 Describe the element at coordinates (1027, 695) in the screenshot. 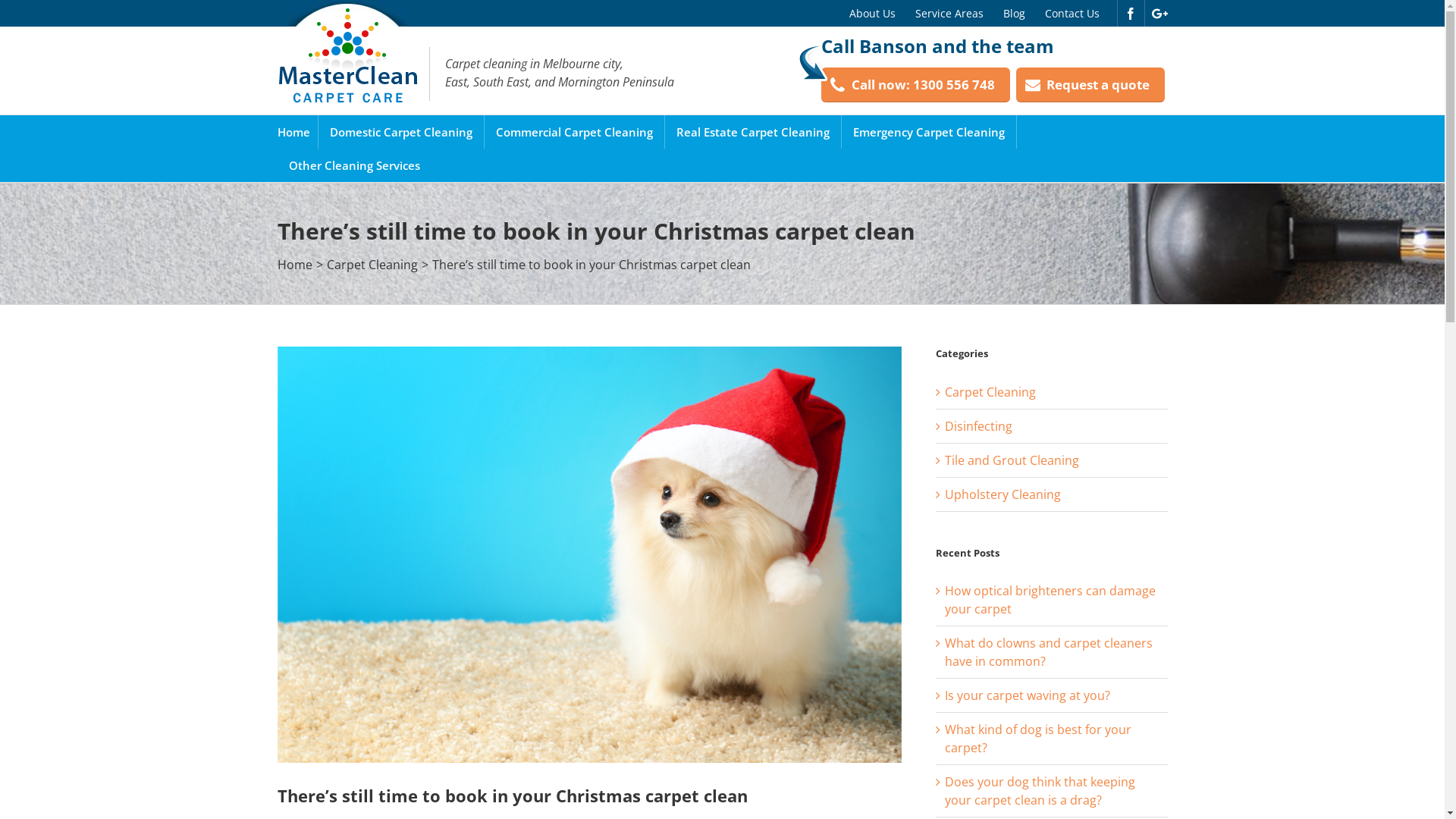

I see `'Is your carpet waving at you?'` at that location.